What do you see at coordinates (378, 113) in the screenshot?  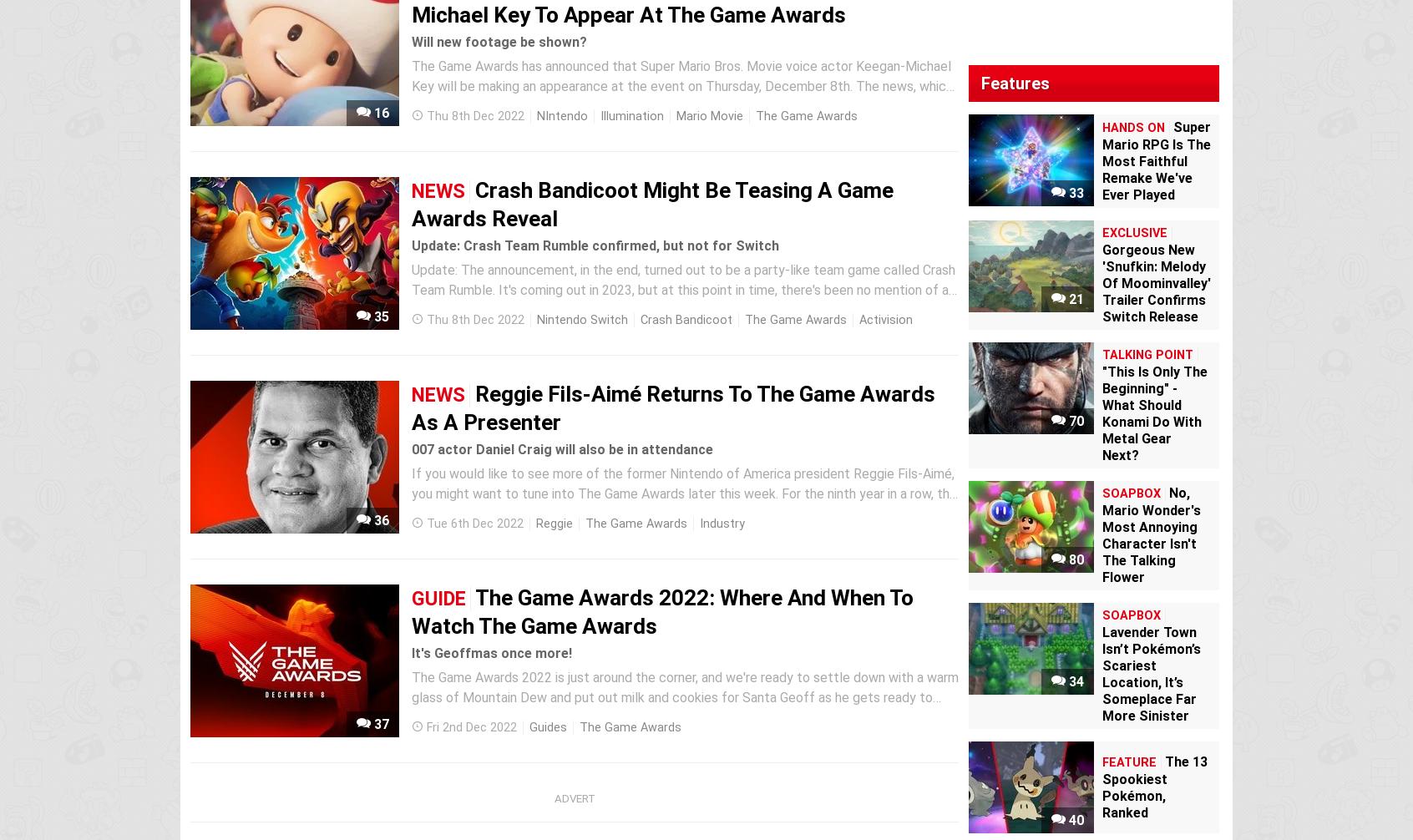 I see `'16'` at bounding box center [378, 113].